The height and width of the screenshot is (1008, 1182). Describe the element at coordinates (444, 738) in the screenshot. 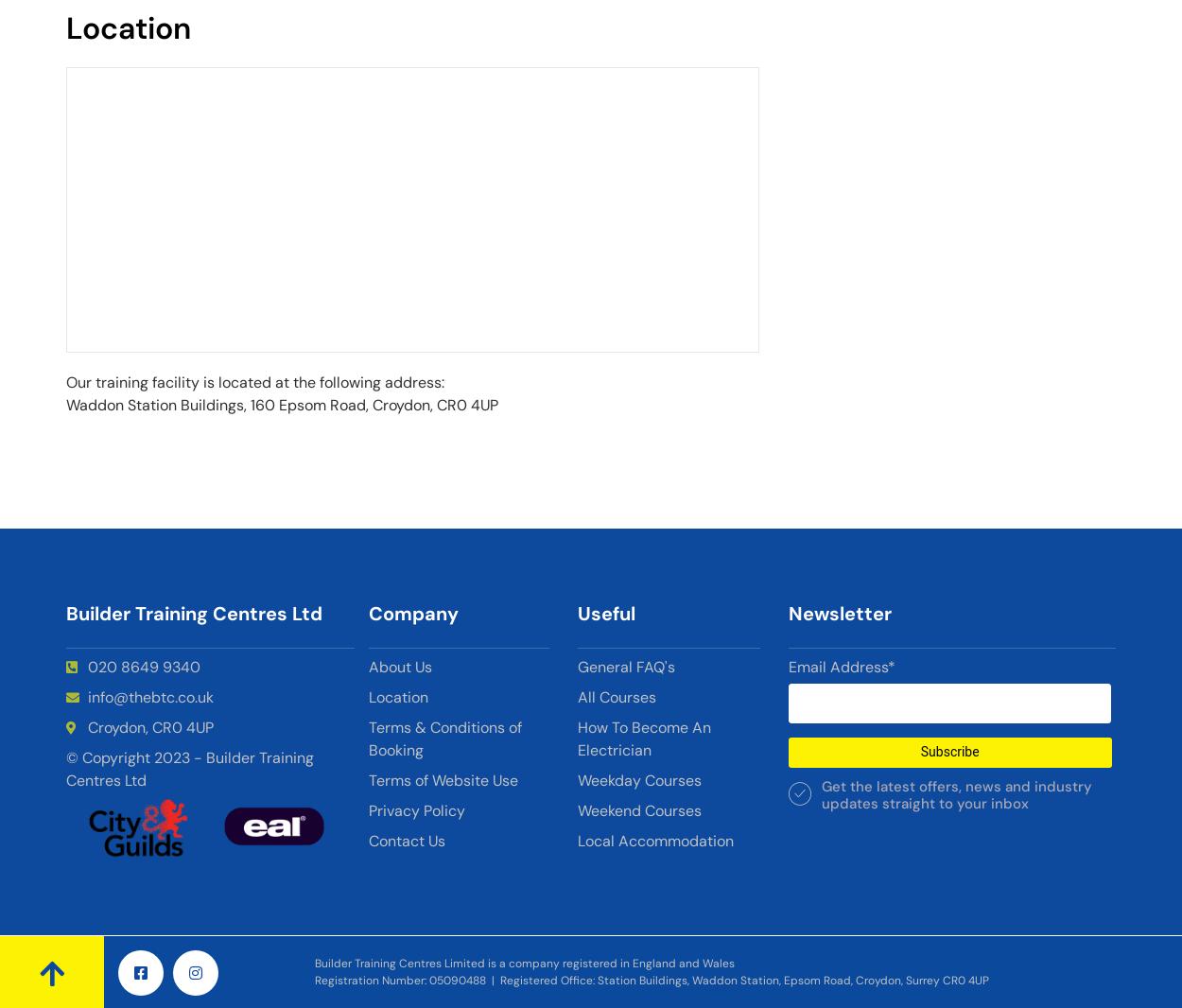

I see `'Terms & Conditions of Booking'` at that location.